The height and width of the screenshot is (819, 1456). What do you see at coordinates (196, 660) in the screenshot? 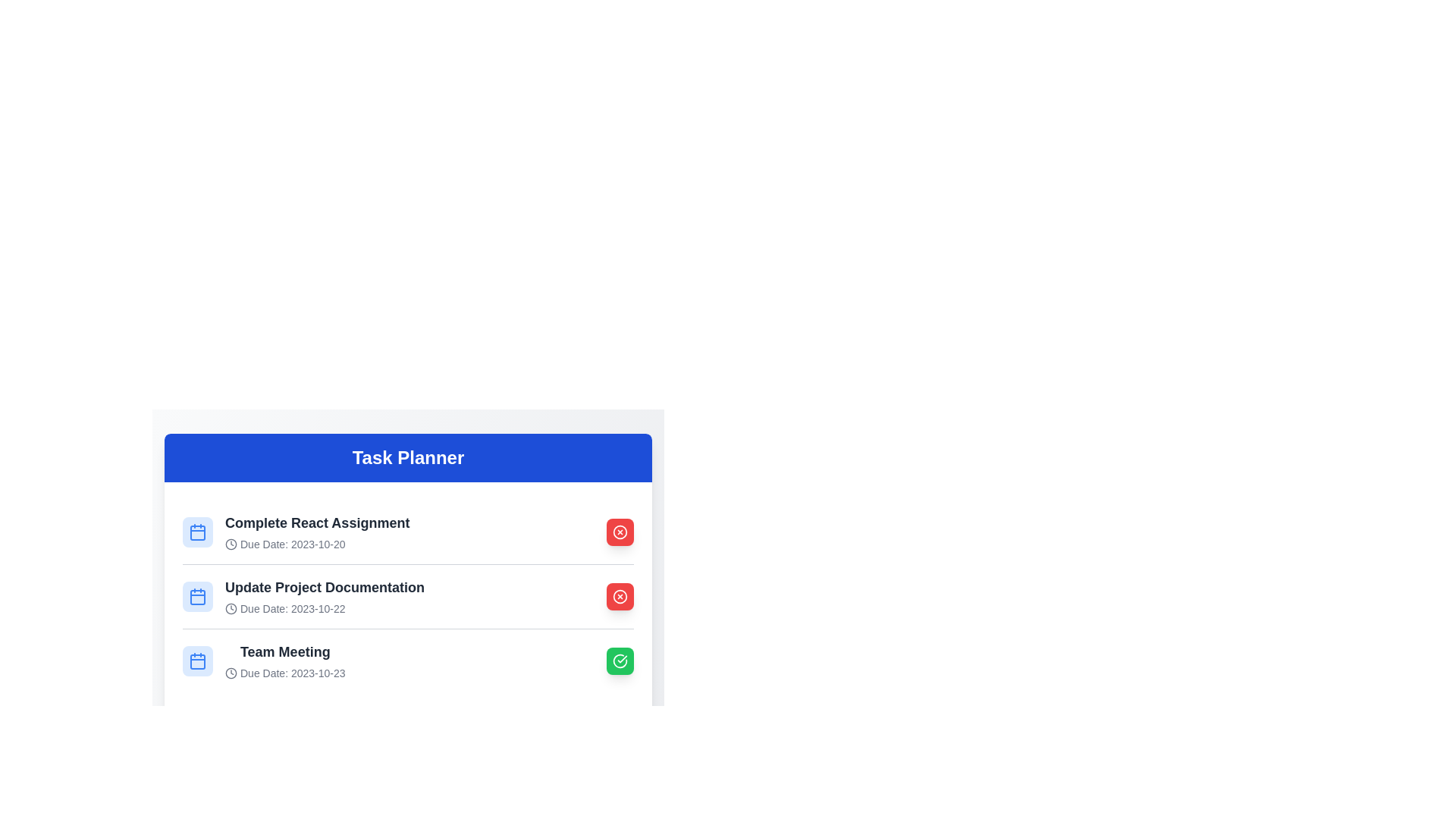
I see `the blue calendar icon located at the bottom-left side of the 'Team Meeting' card in the 'Task Planner' section` at bounding box center [196, 660].